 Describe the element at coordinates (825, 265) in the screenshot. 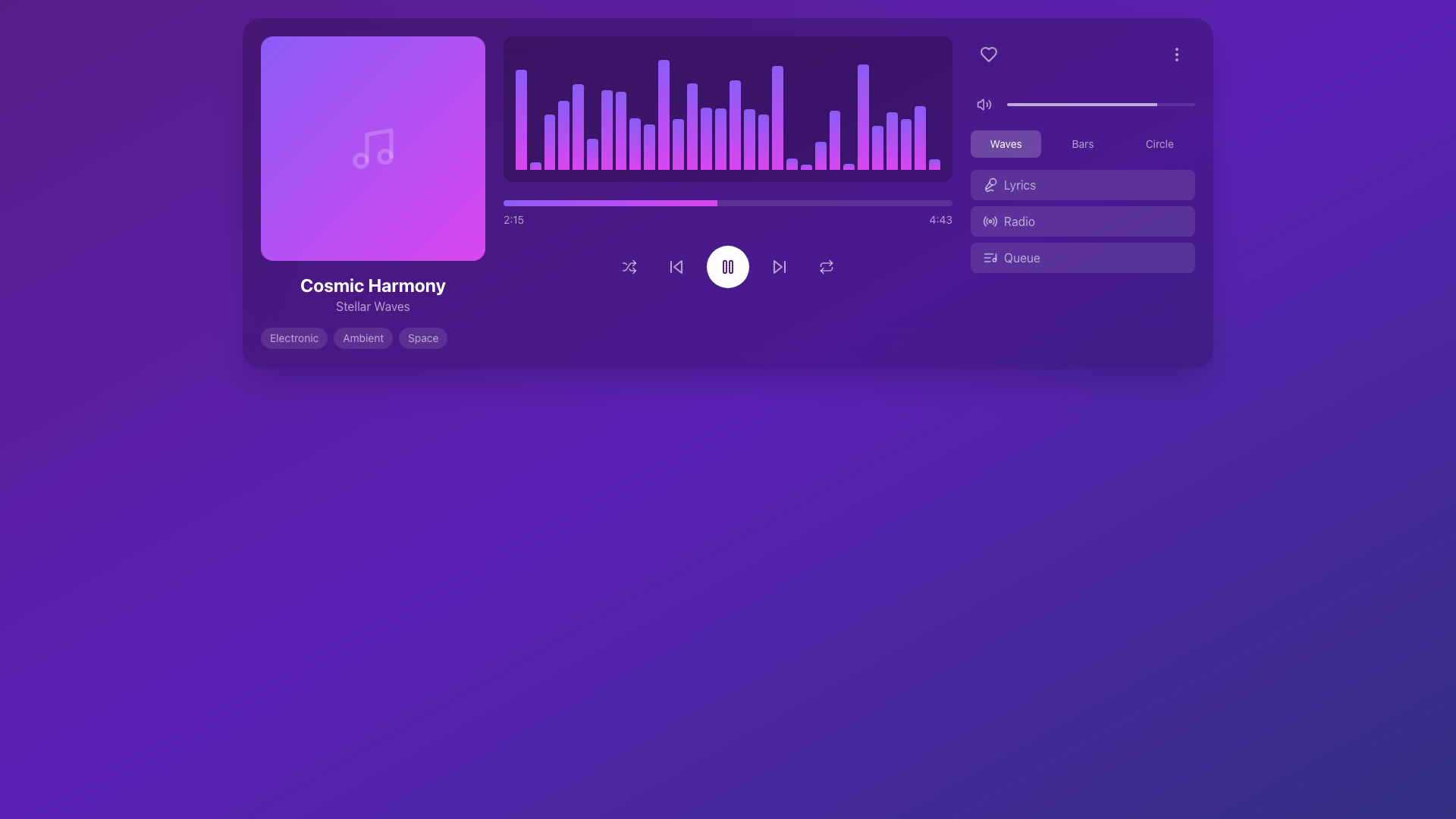

I see `the circular button with a loop icon` at that location.